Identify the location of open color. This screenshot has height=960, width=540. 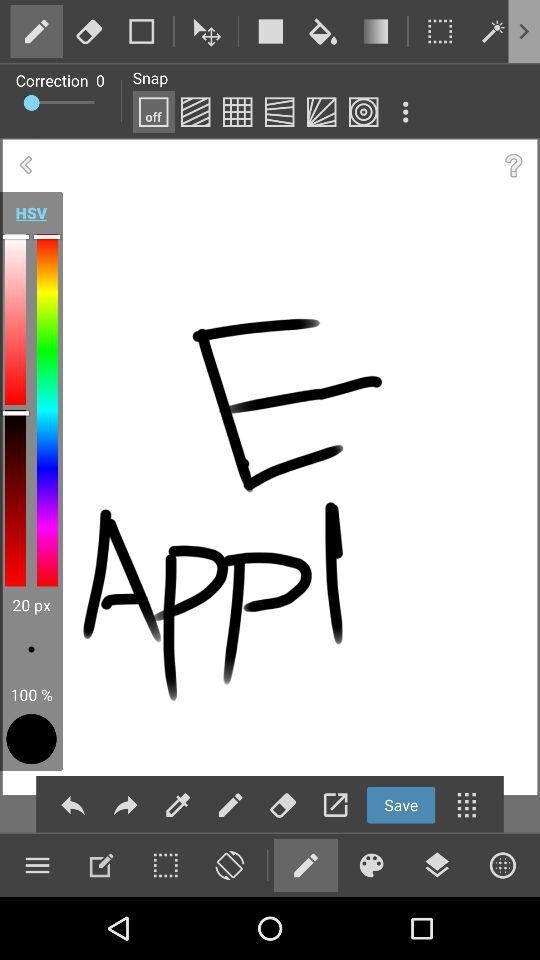
(370, 864).